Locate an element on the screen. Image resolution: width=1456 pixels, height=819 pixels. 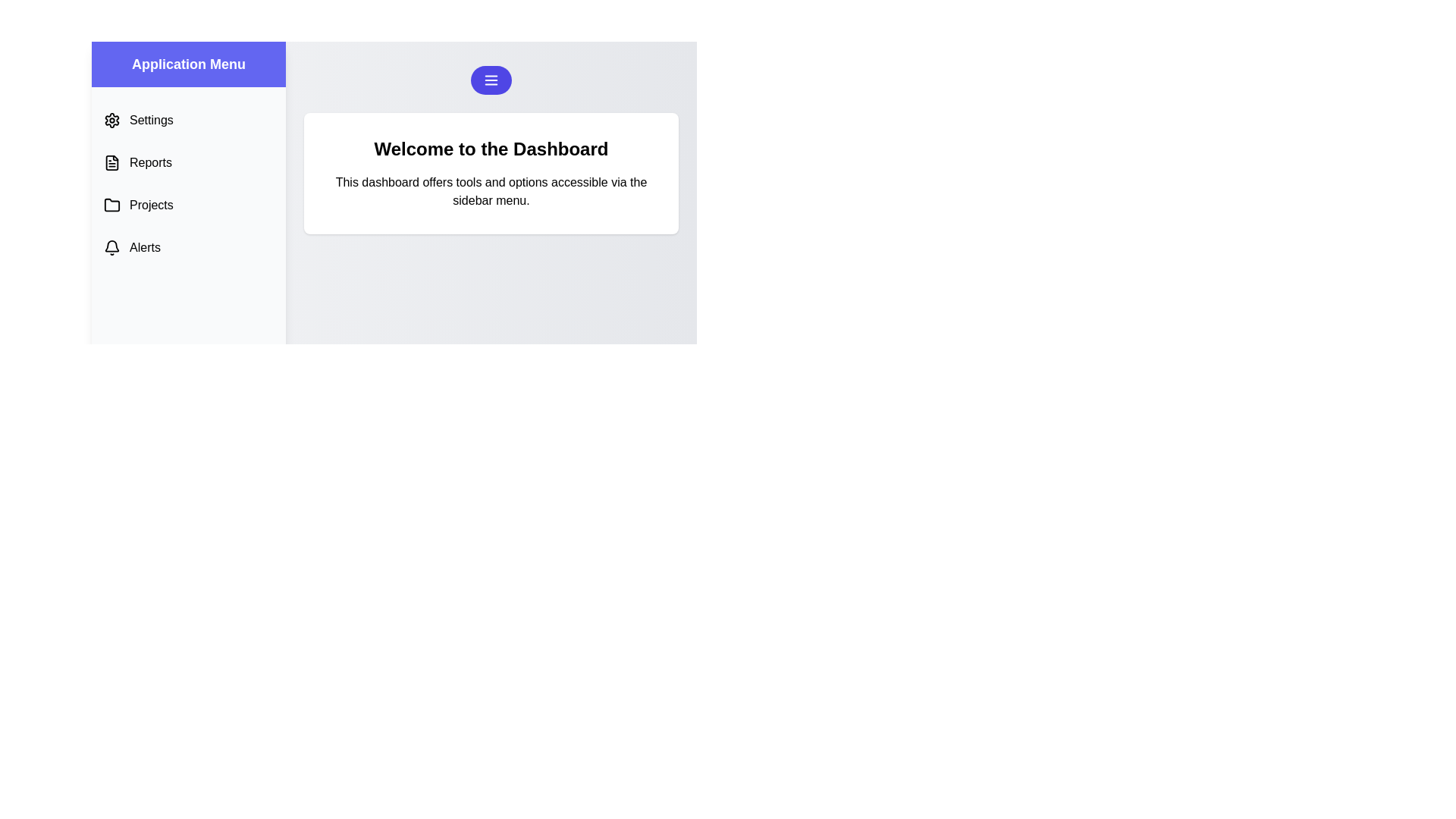
menu button to toggle the sidebar visibility is located at coordinates (491, 80).